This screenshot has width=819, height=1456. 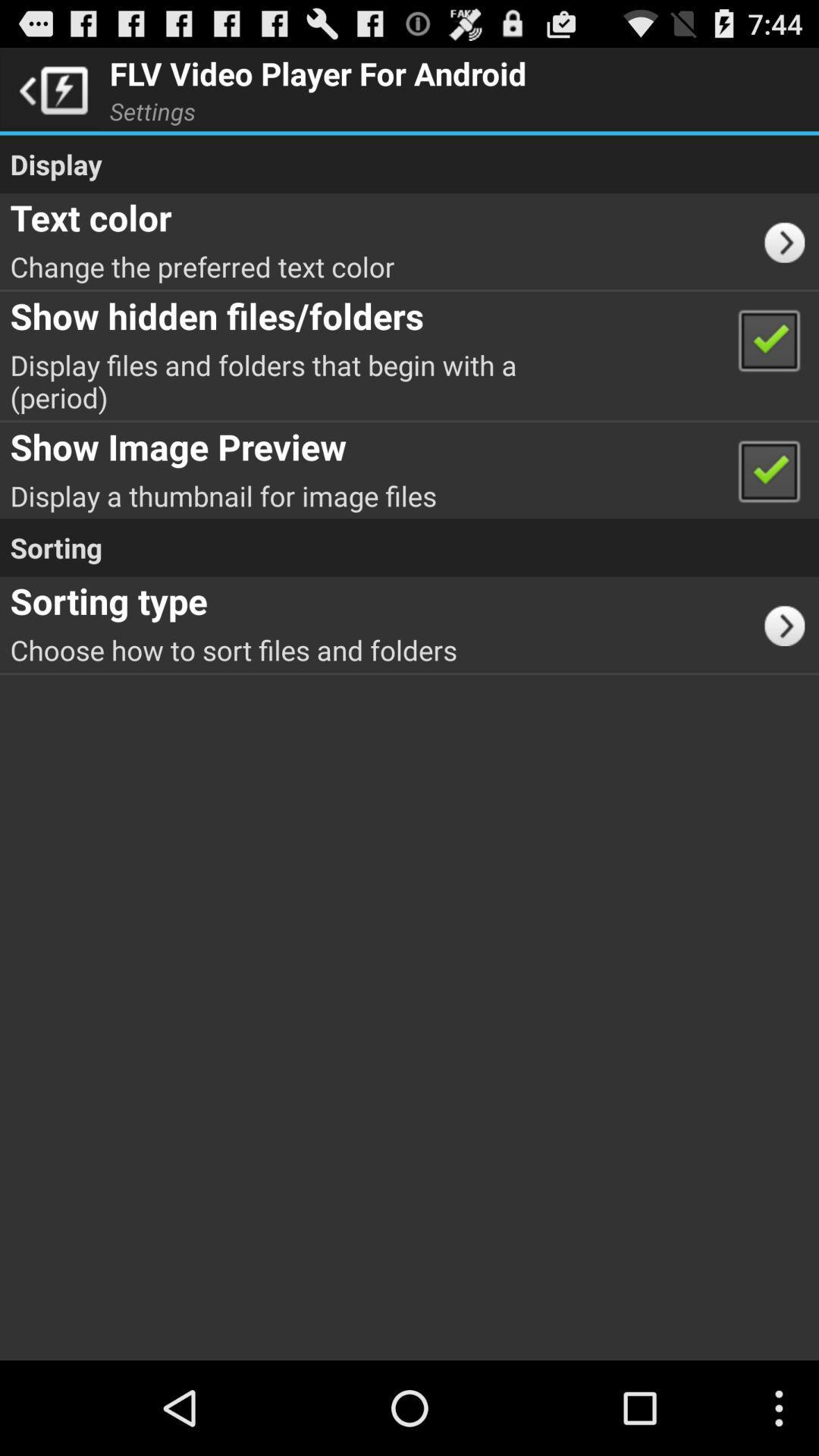 What do you see at coordinates (789, 258) in the screenshot?
I see `the arrow_forward icon` at bounding box center [789, 258].